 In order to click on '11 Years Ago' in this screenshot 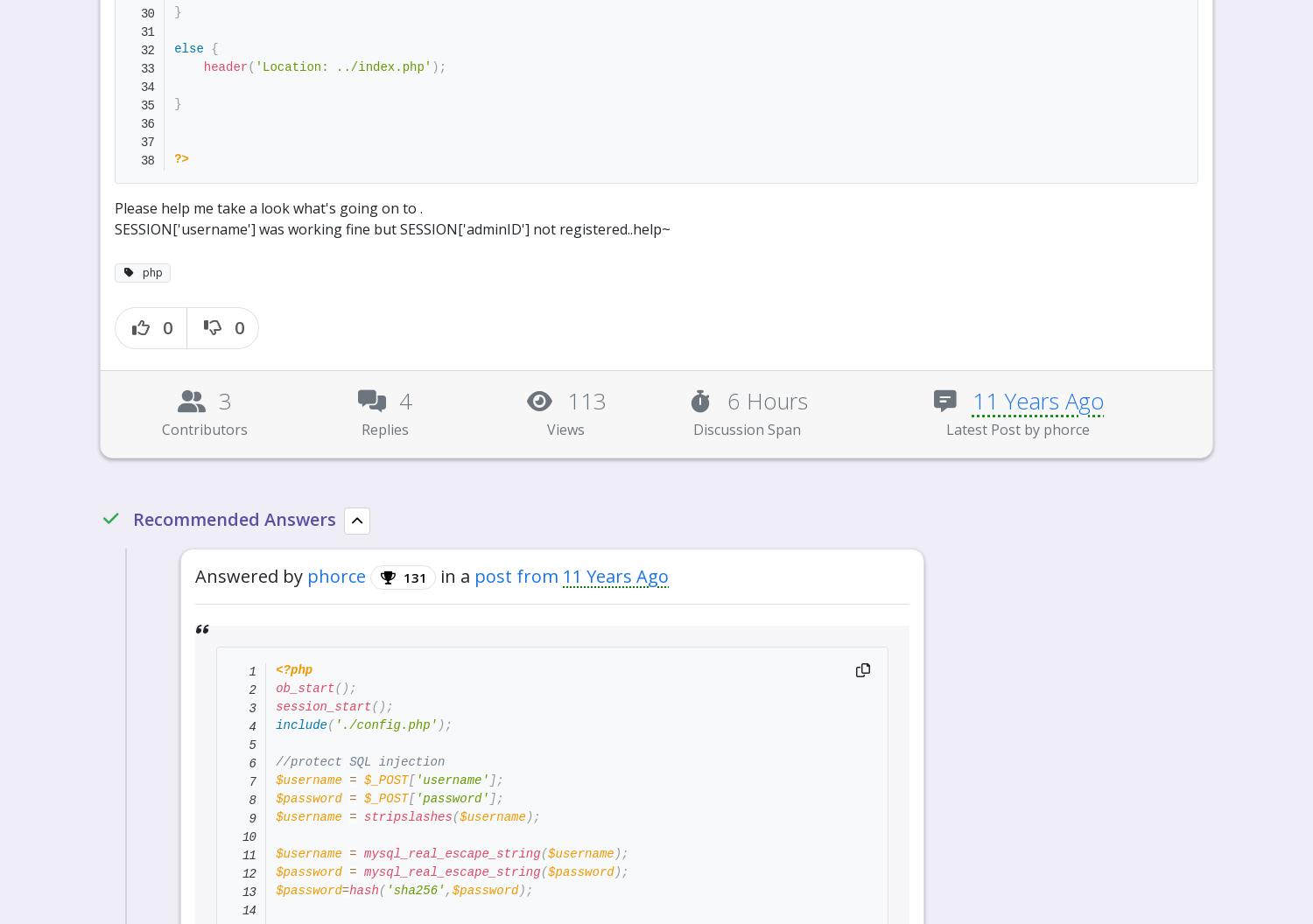, I will do `click(871, 21)`.